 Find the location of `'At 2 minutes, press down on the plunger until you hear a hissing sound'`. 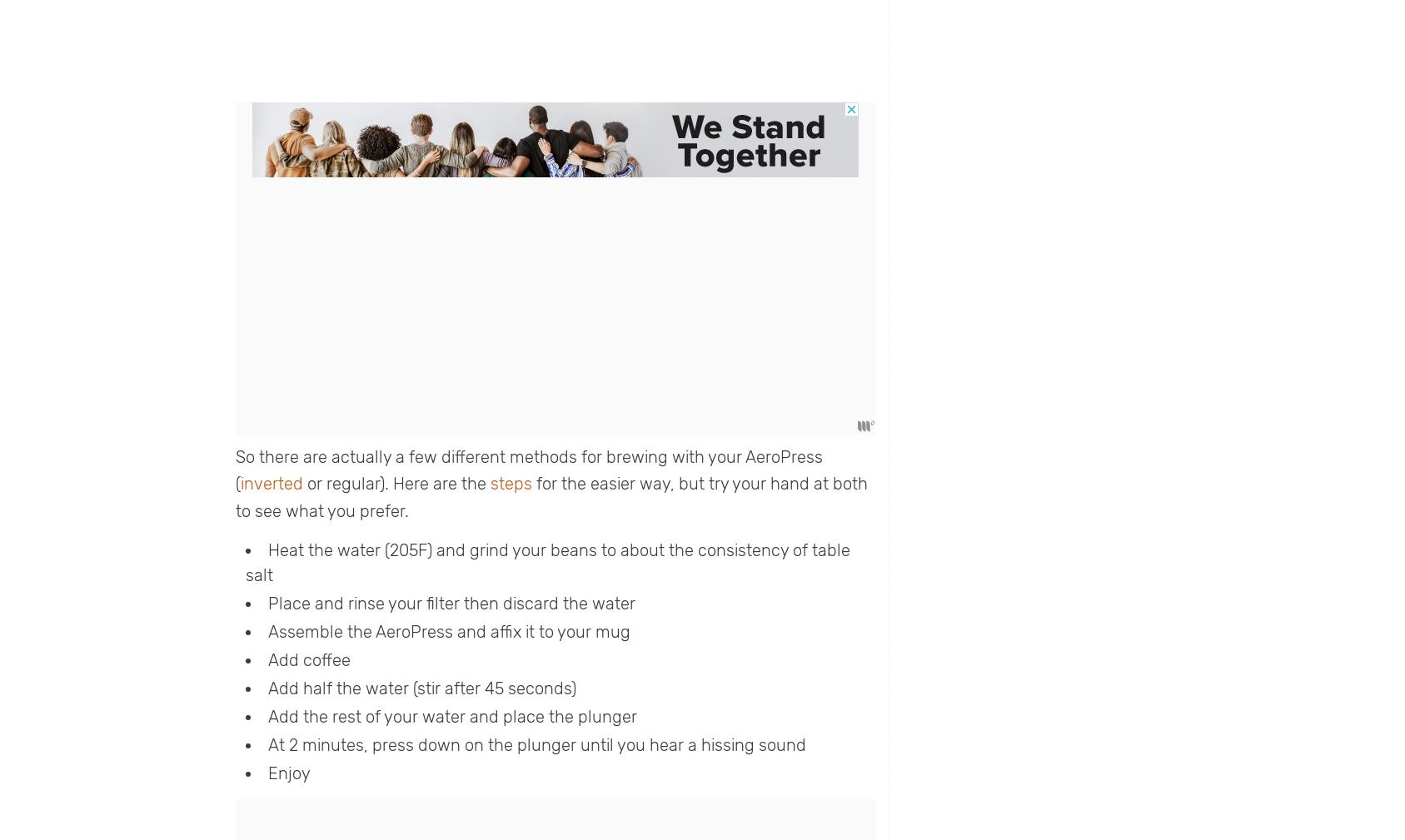

'At 2 minutes, press down on the plunger until you hear a hissing sound' is located at coordinates (536, 744).